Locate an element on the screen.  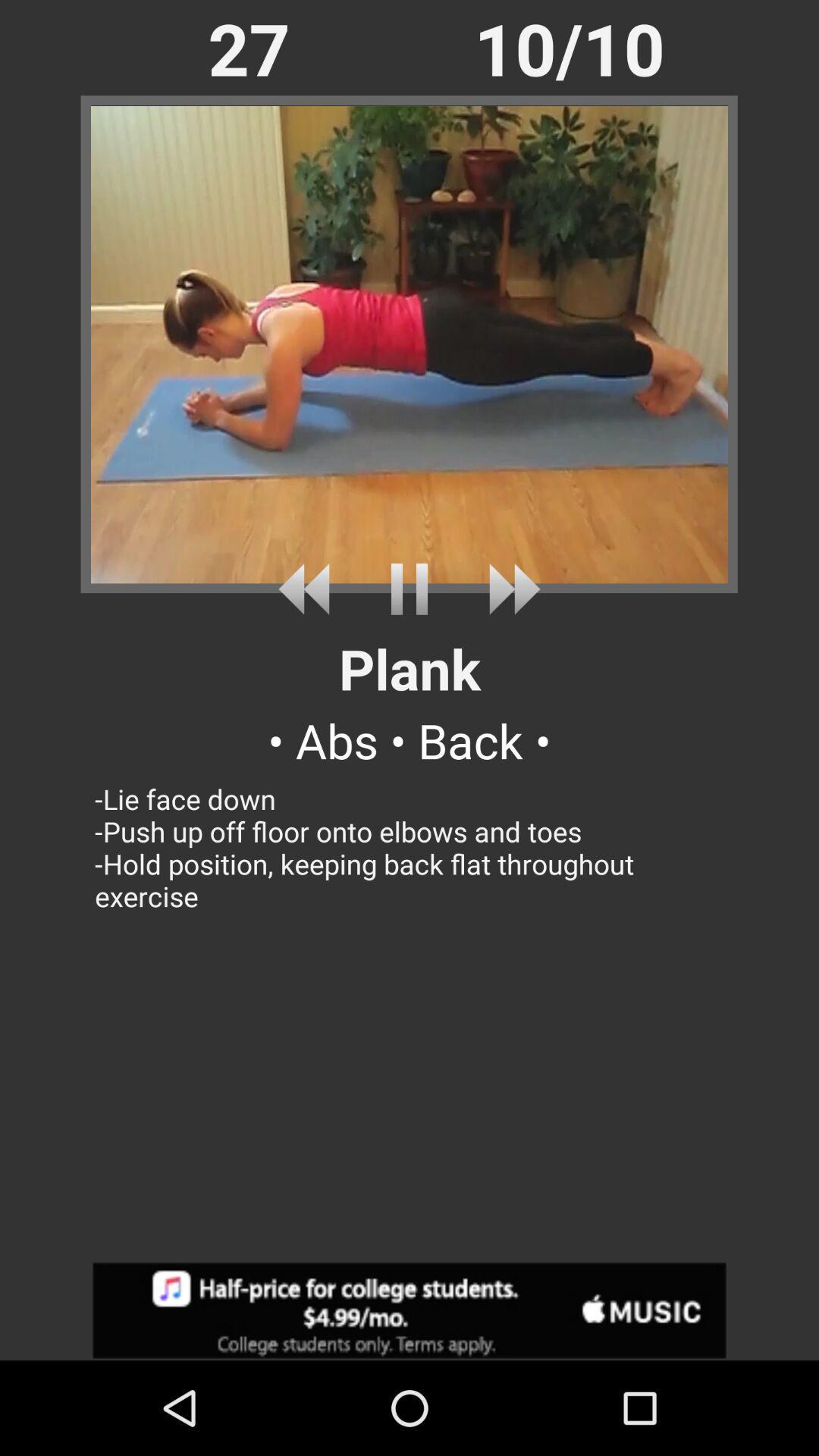
adsence is located at coordinates (409, 1310).